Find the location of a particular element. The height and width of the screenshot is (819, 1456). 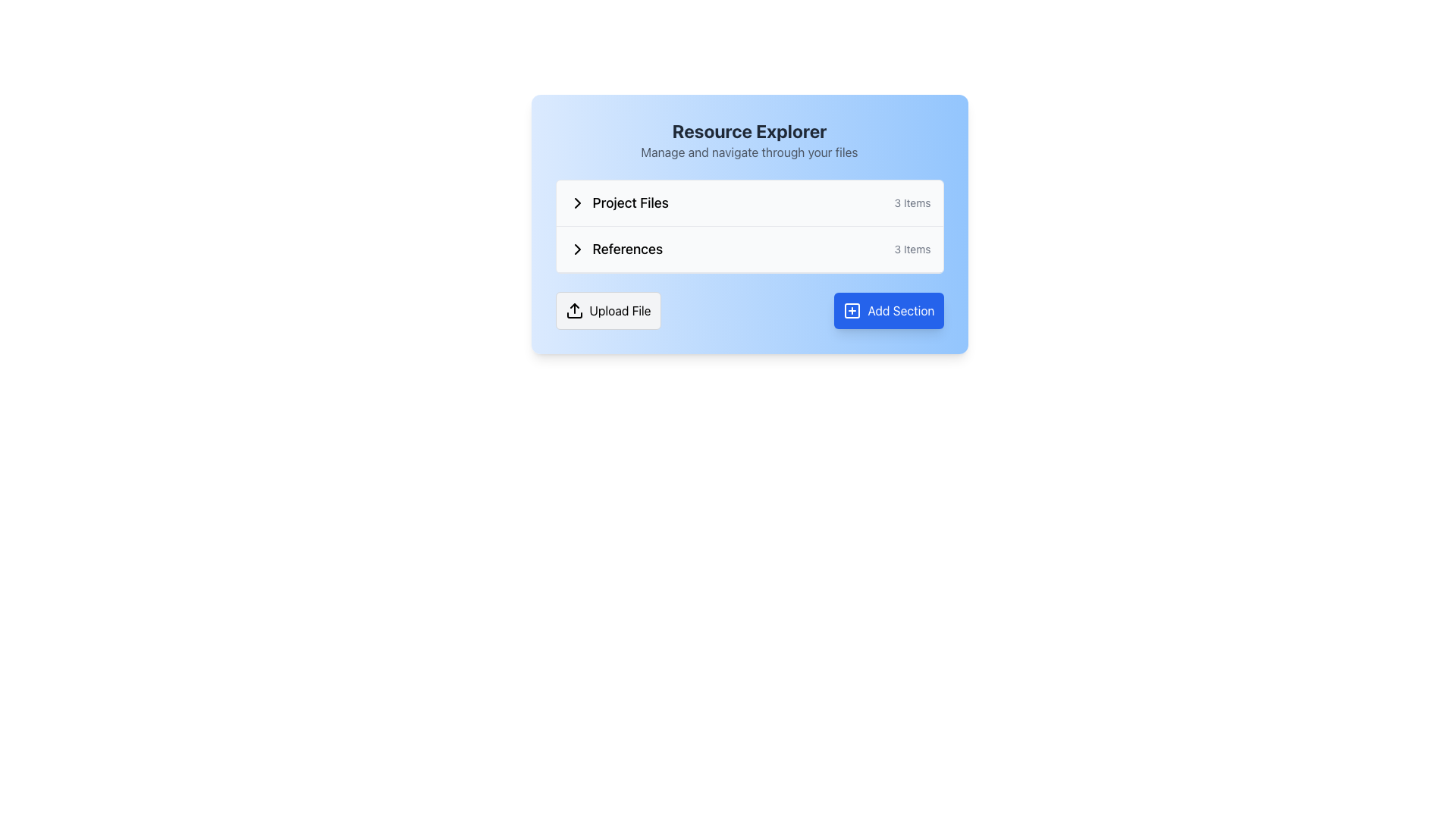

the text component displaying 'Manage and navigate through your files', which is styled with a gray font color and positioned below the 'Resource Explorer' heading is located at coordinates (749, 152).